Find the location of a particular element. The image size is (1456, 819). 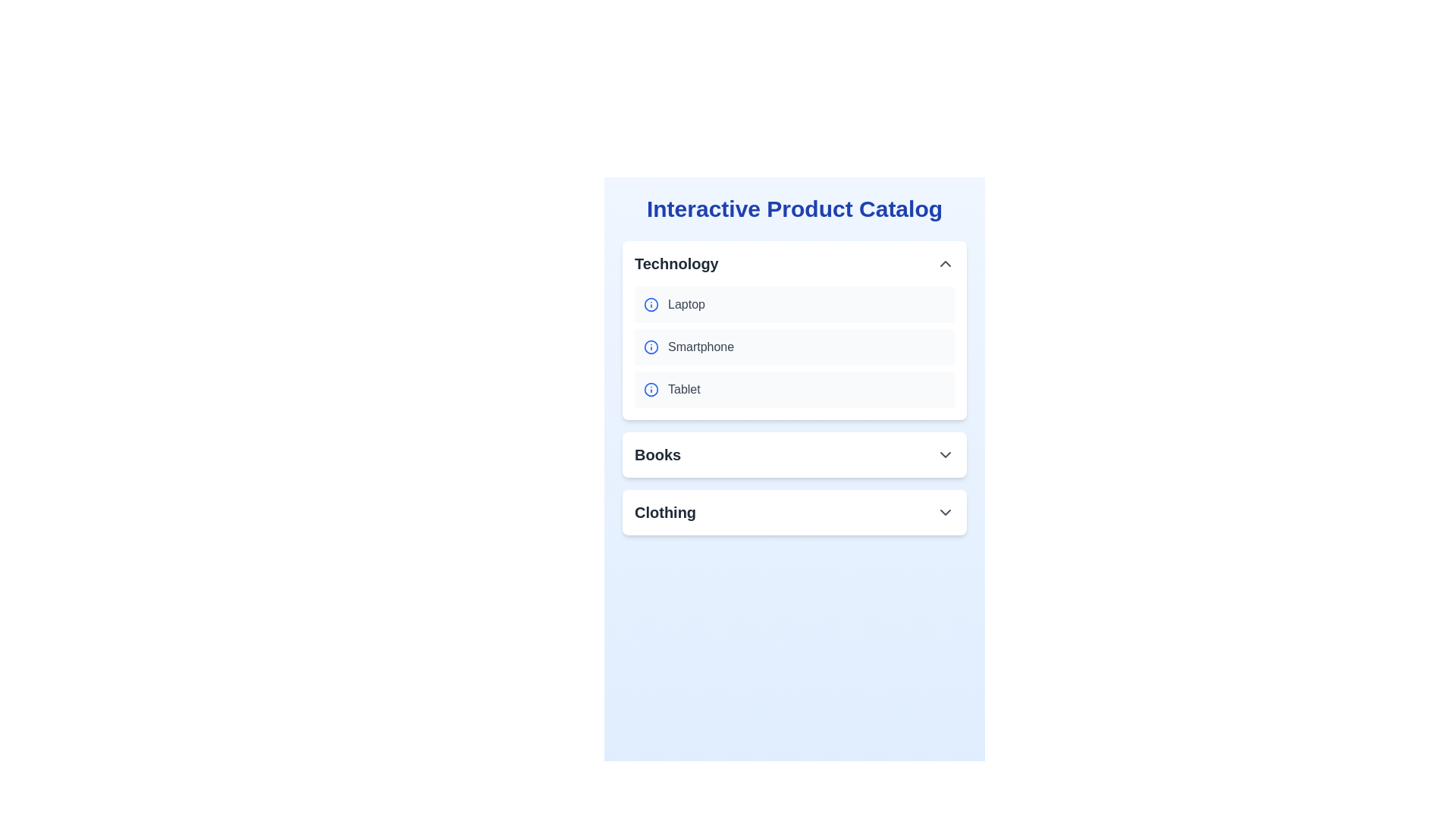

the Dropdown trigger for the Clothing category is located at coordinates (793, 512).